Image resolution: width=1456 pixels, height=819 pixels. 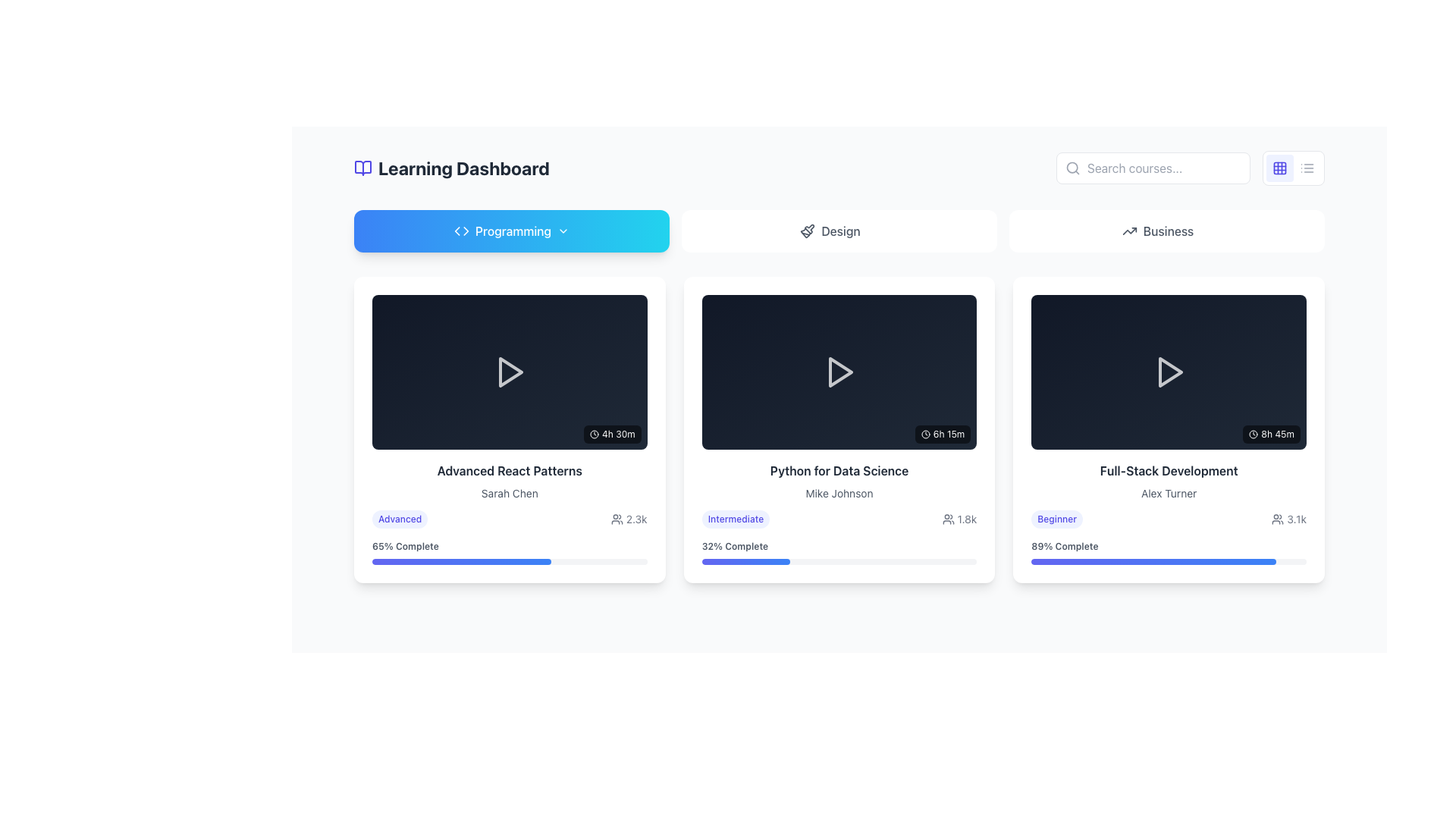 What do you see at coordinates (839, 372) in the screenshot?
I see `the triangular play icon button located centrally within the dark rectangle of the 'Python for Data Science' card on the dashboard` at bounding box center [839, 372].